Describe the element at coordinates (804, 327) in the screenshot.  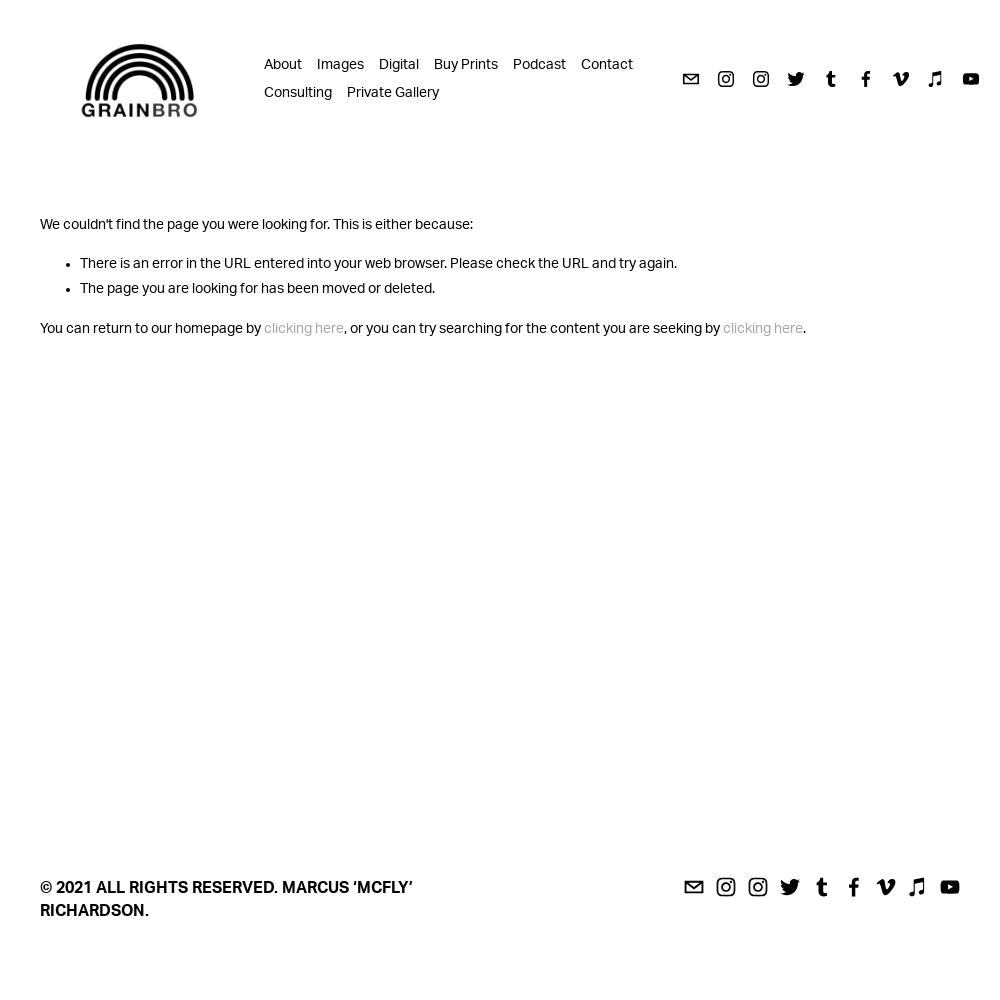
I see `'.'` at that location.